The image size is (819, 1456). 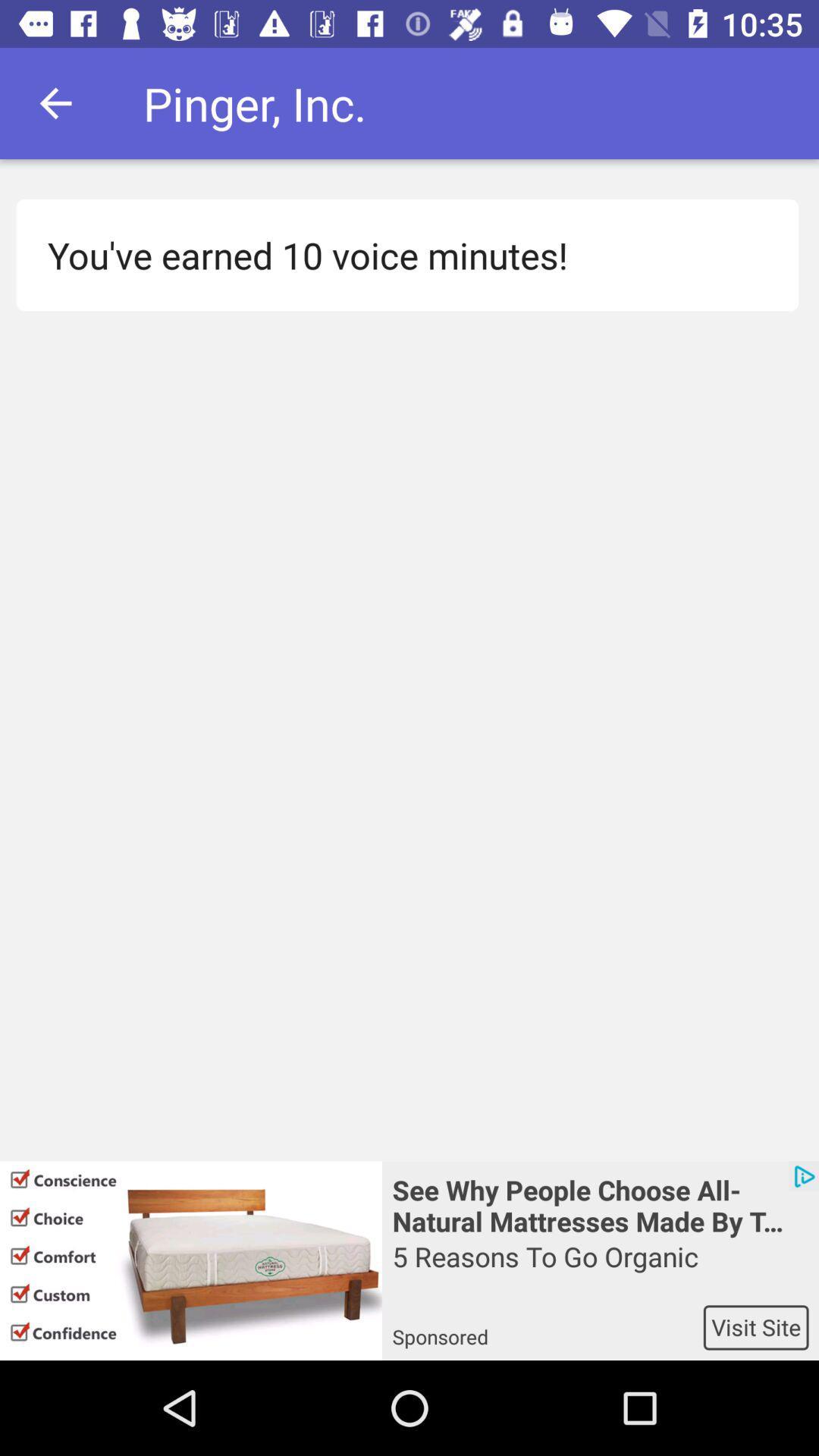 I want to click on you ve earned, so click(x=398, y=255).